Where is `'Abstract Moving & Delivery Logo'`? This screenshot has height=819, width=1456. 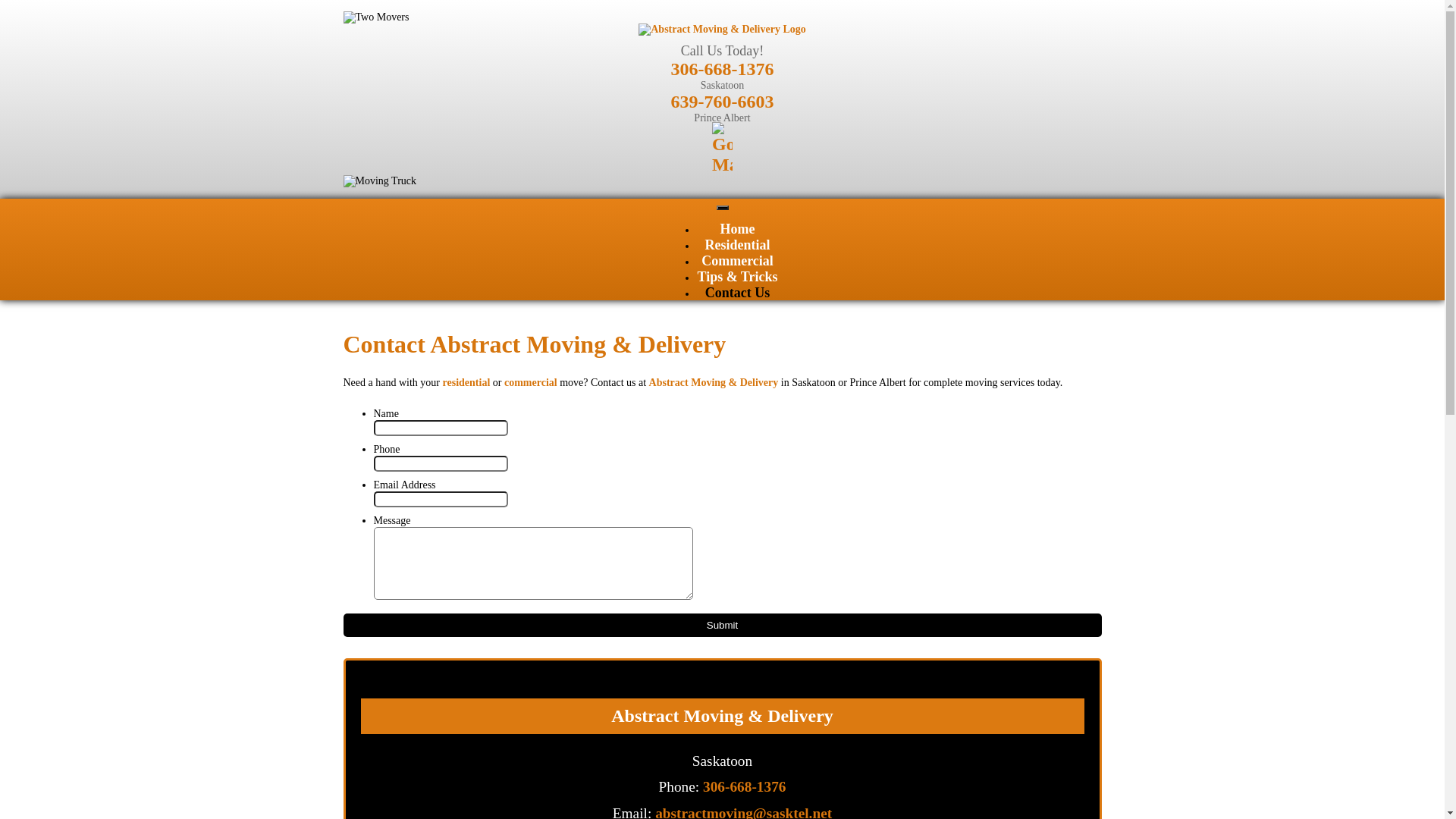 'Abstract Moving & Delivery Logo' is located at coordinates (721, 29).